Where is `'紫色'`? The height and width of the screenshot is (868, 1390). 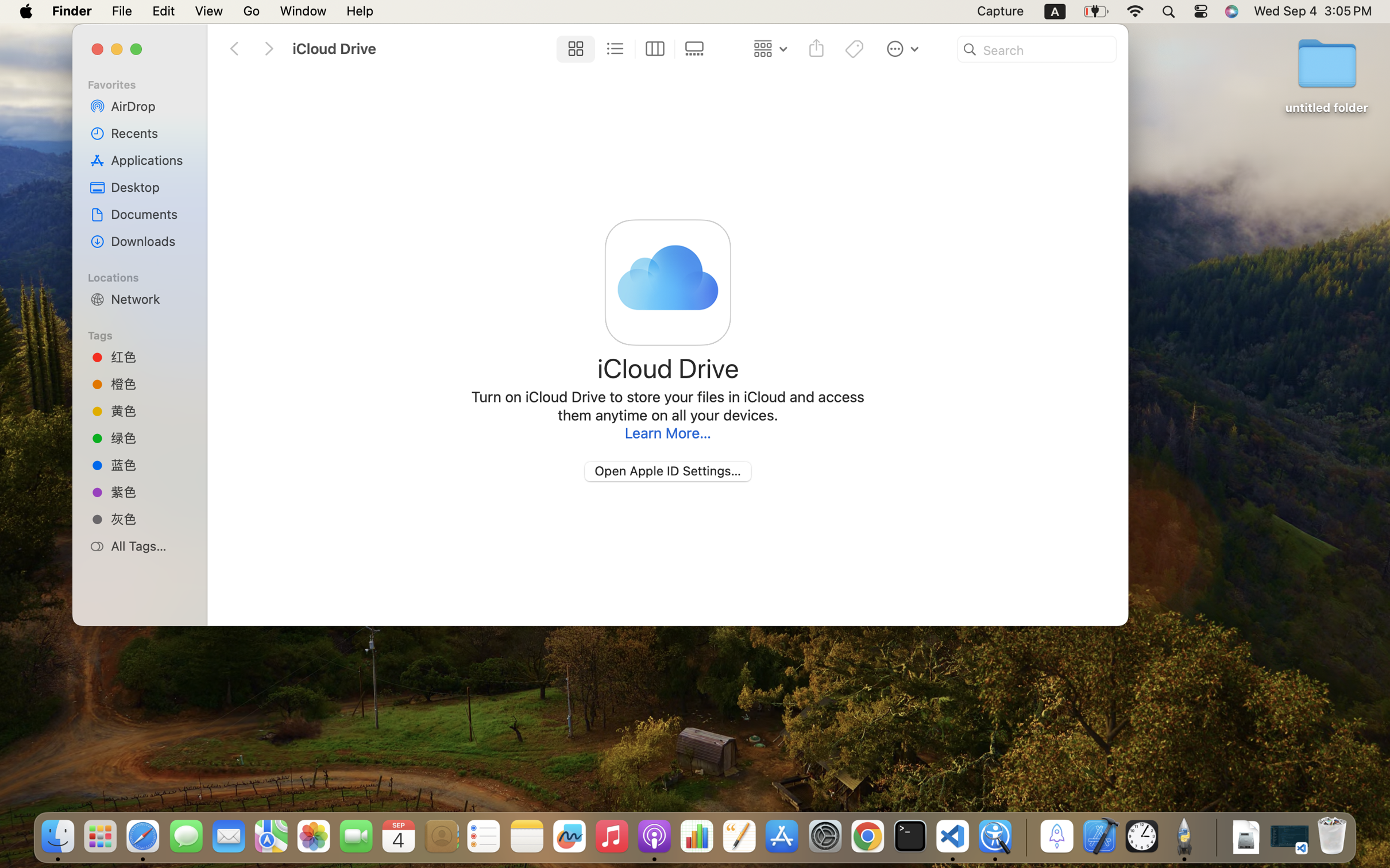
'紫色' is located at coordinates (149, 491).